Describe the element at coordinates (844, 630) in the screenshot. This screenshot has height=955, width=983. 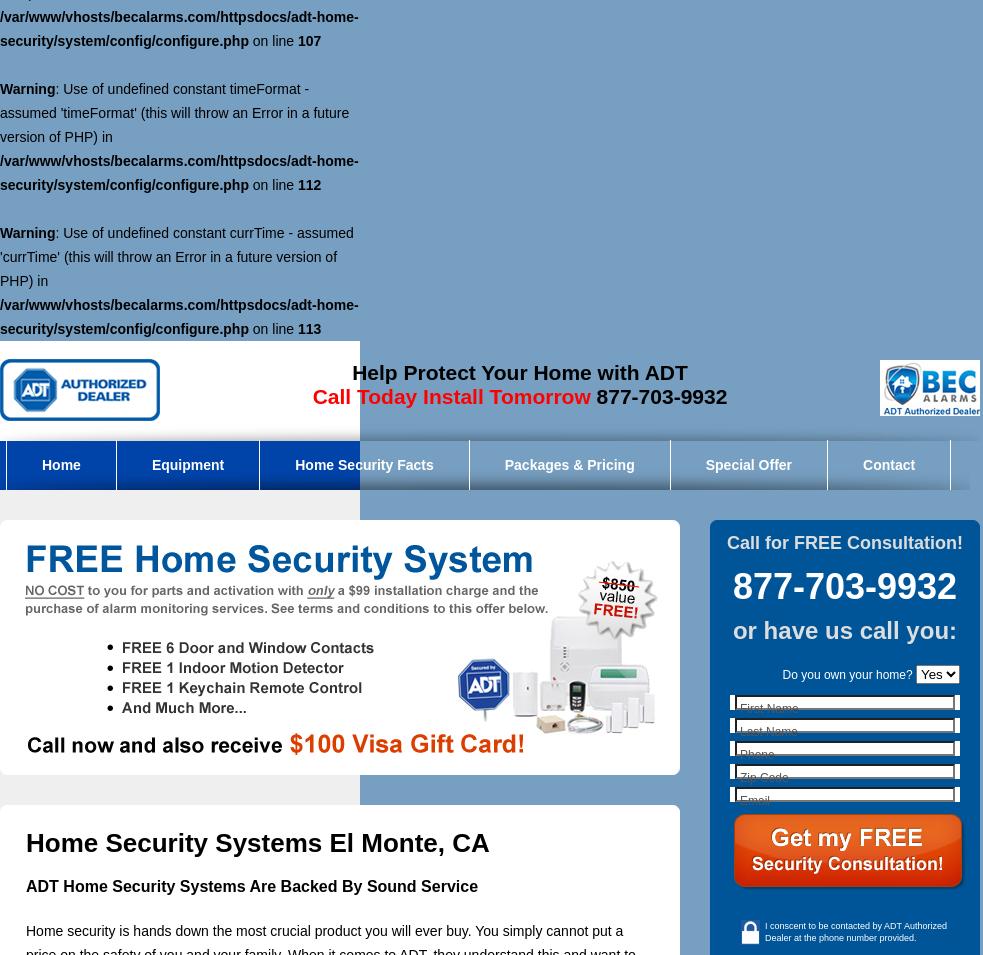
I see `'or have us call you:'` at that location.